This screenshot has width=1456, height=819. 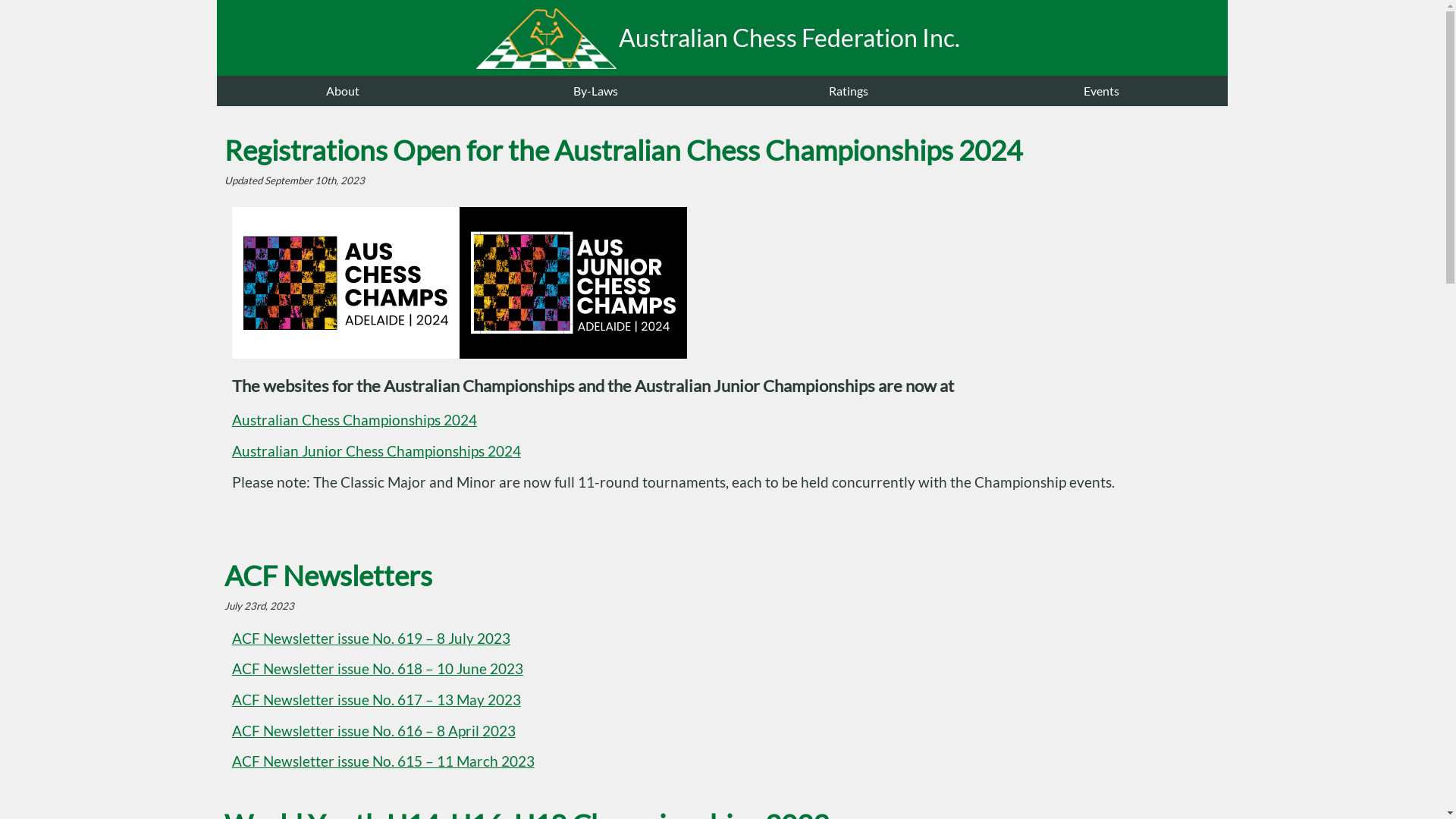 I want to click on 'Australian Chess Championships 2024', so click(x=353, y=420).